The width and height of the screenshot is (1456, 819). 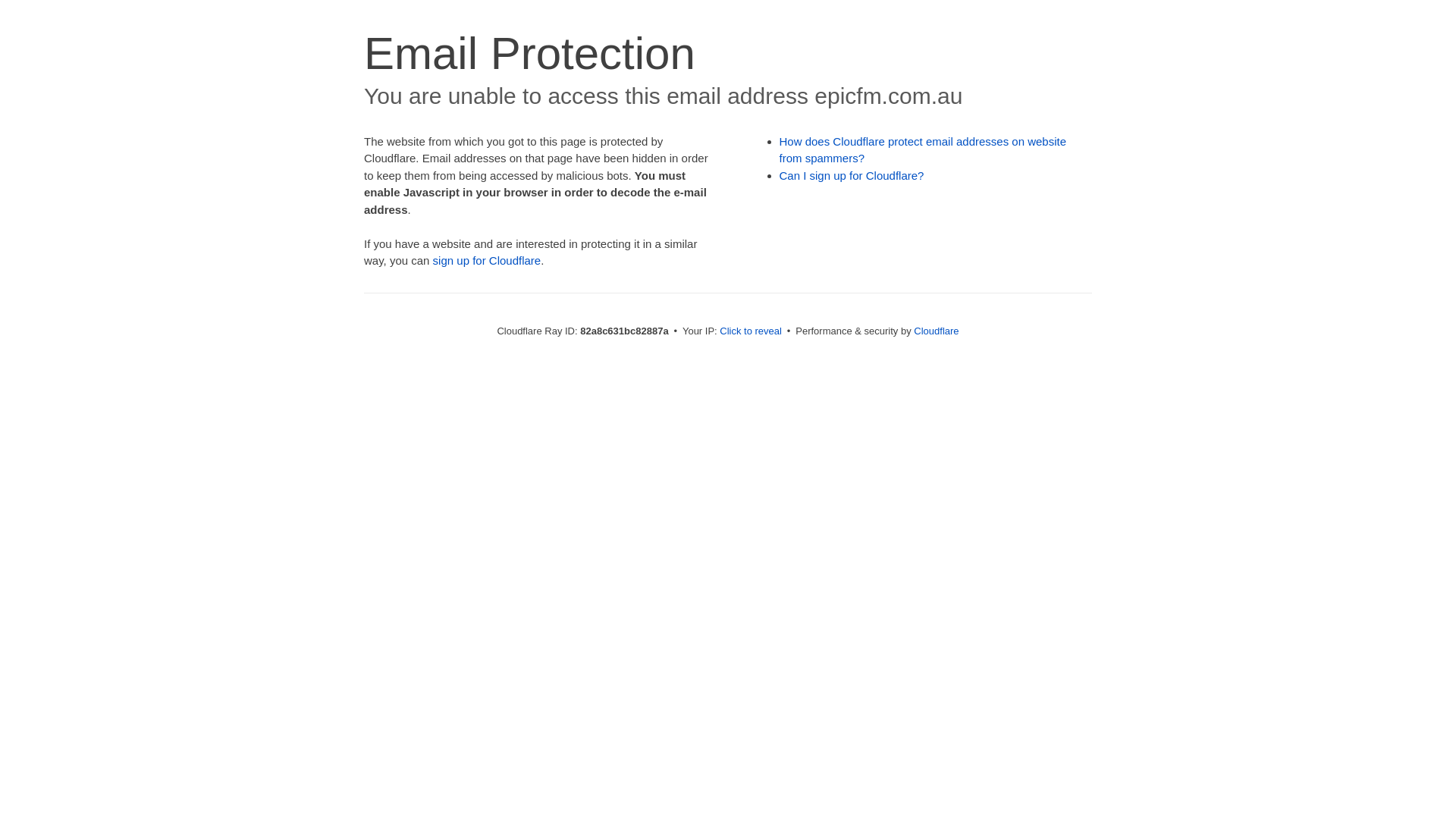 I want to click on 'Click to reveal', so click(x=719, y=330).